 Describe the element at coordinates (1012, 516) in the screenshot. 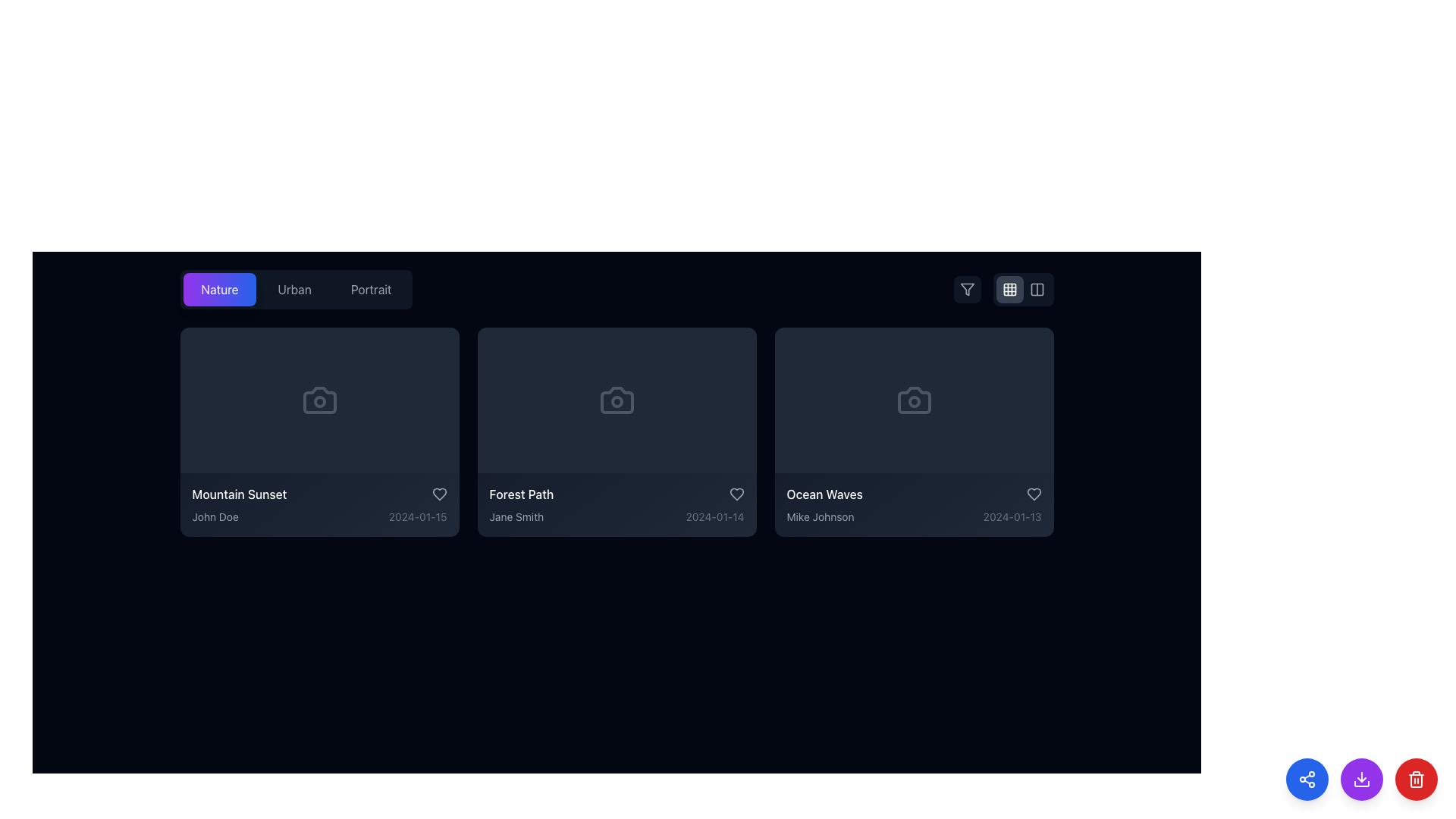

I see `the informational text label displaying the date associated with the 'Ocean Waves' card, located in the bottom right corner adjacent to 'Mike Johnson'` at that location.